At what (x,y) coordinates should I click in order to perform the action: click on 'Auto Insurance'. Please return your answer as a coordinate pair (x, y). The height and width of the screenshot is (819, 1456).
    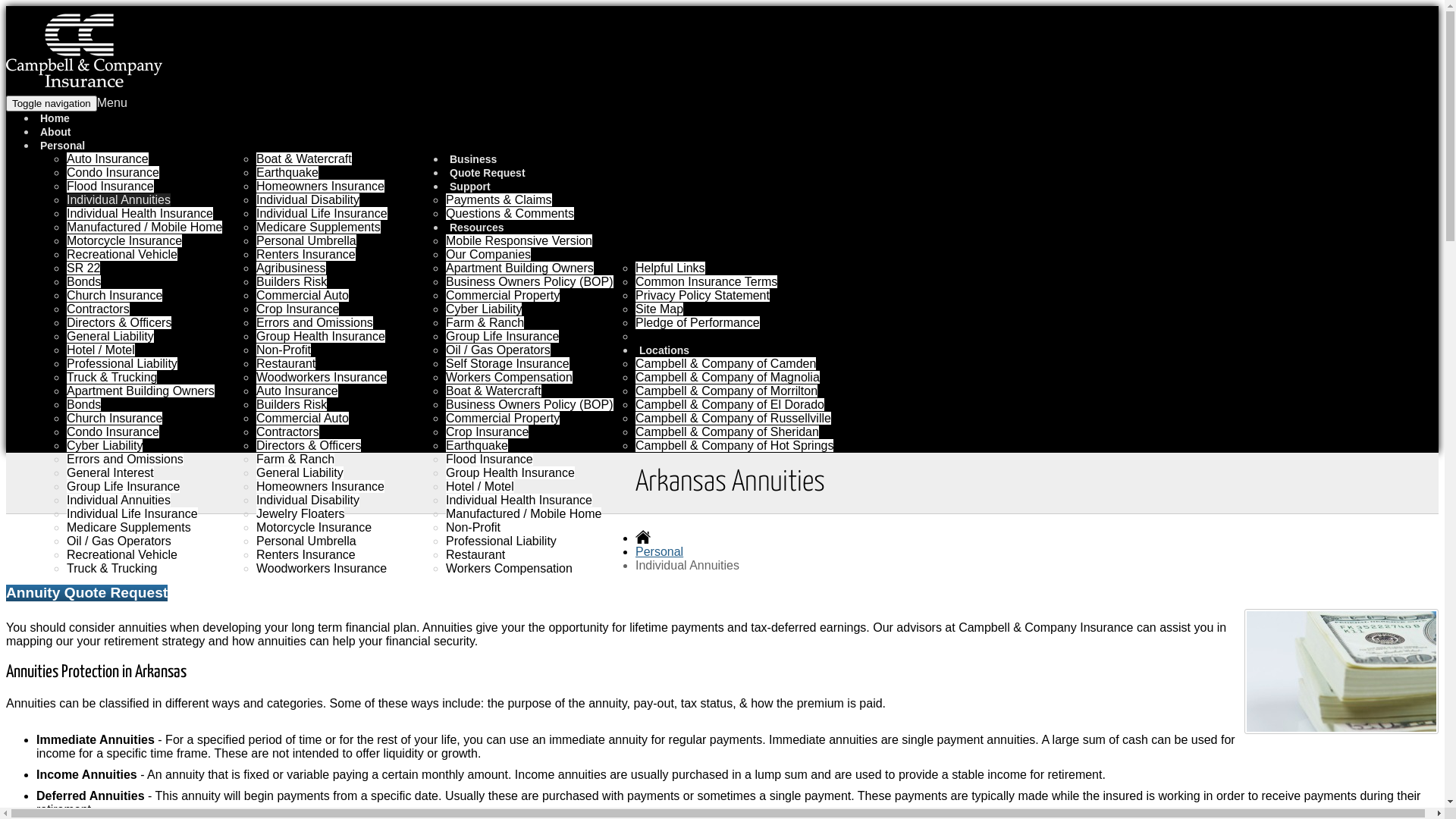
    Looking at the image, I should click on (65, 158).